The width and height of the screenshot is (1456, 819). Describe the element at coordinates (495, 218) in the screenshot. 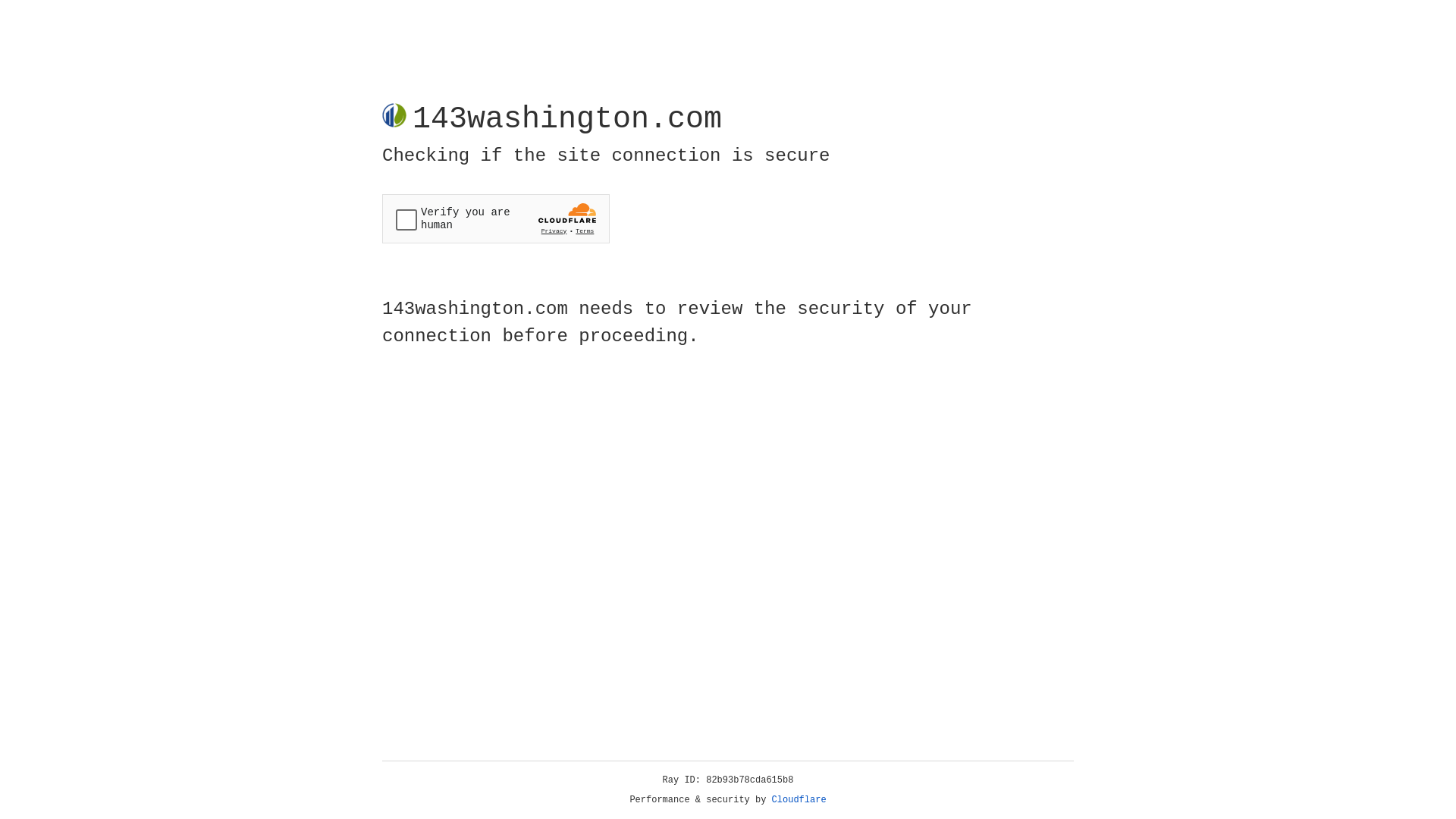

I see `'Widget containing a Cloudflare security challenge'` at that location.